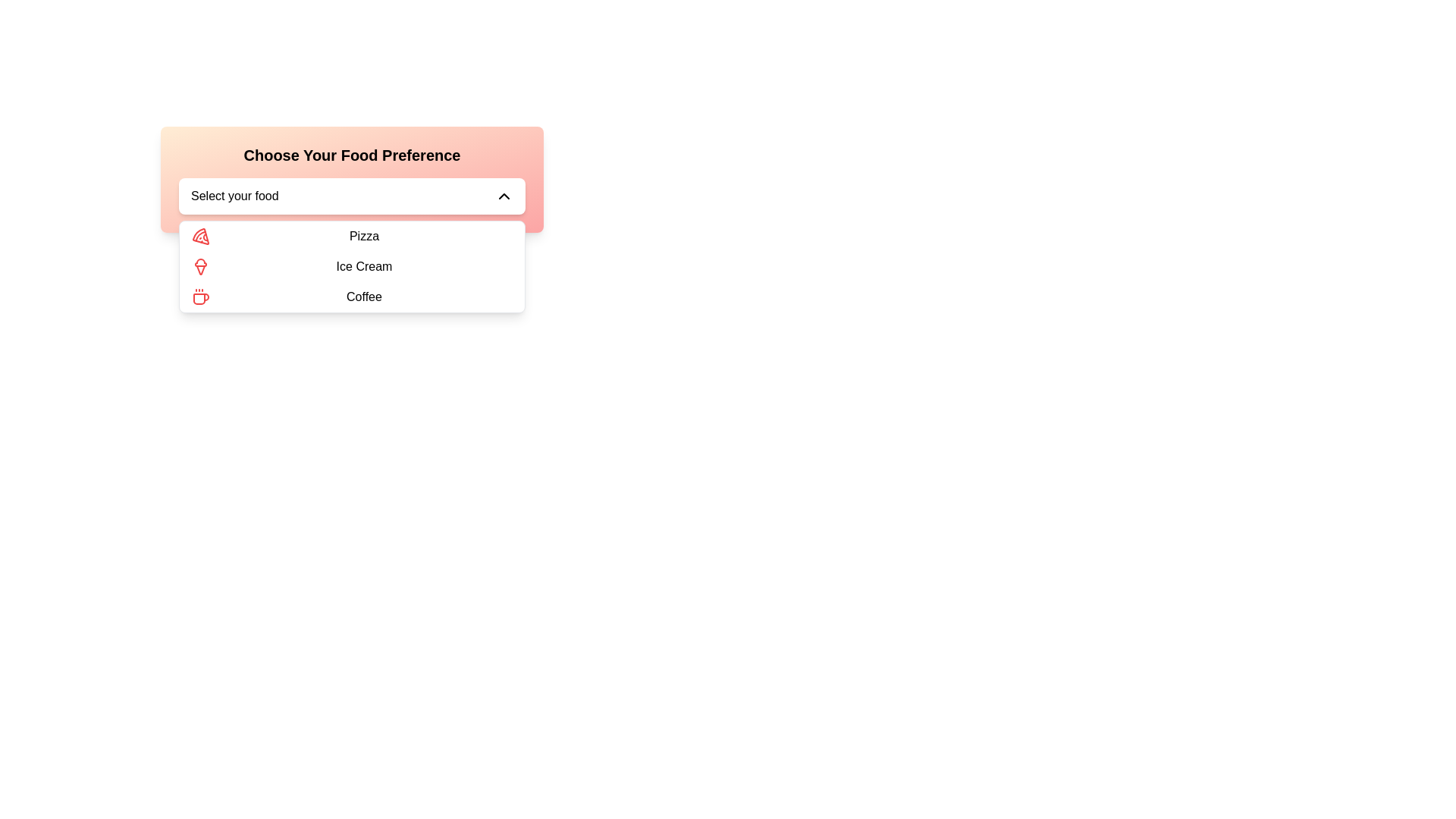 Image resolution: width=1456 pixels, height=819 pixels. I want to click on the 'Coffee' option in the dropdown menu, so click(364, 297).